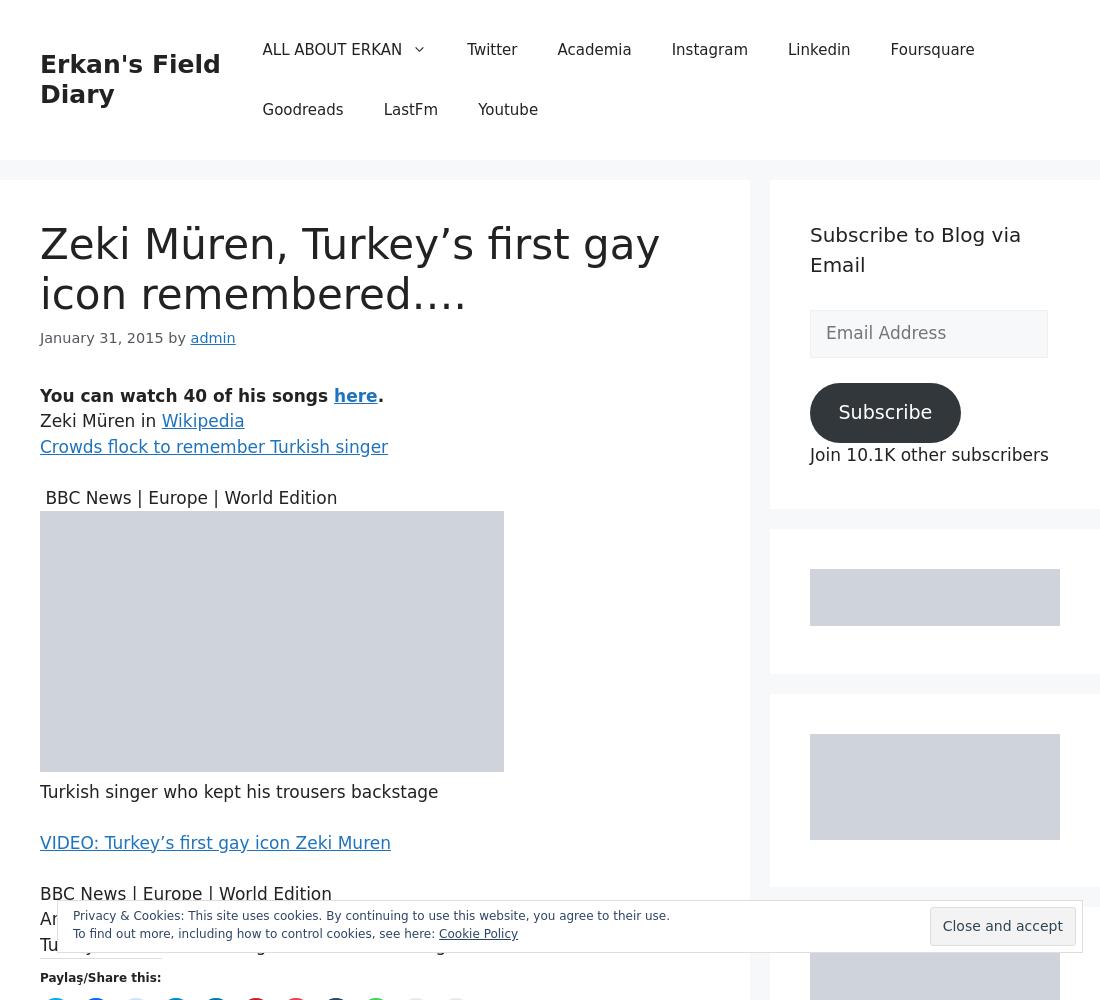 Image resolution: width=1100 pixels, height=1000 pixels. I want to click on 'LastFm', so click(383, 109).